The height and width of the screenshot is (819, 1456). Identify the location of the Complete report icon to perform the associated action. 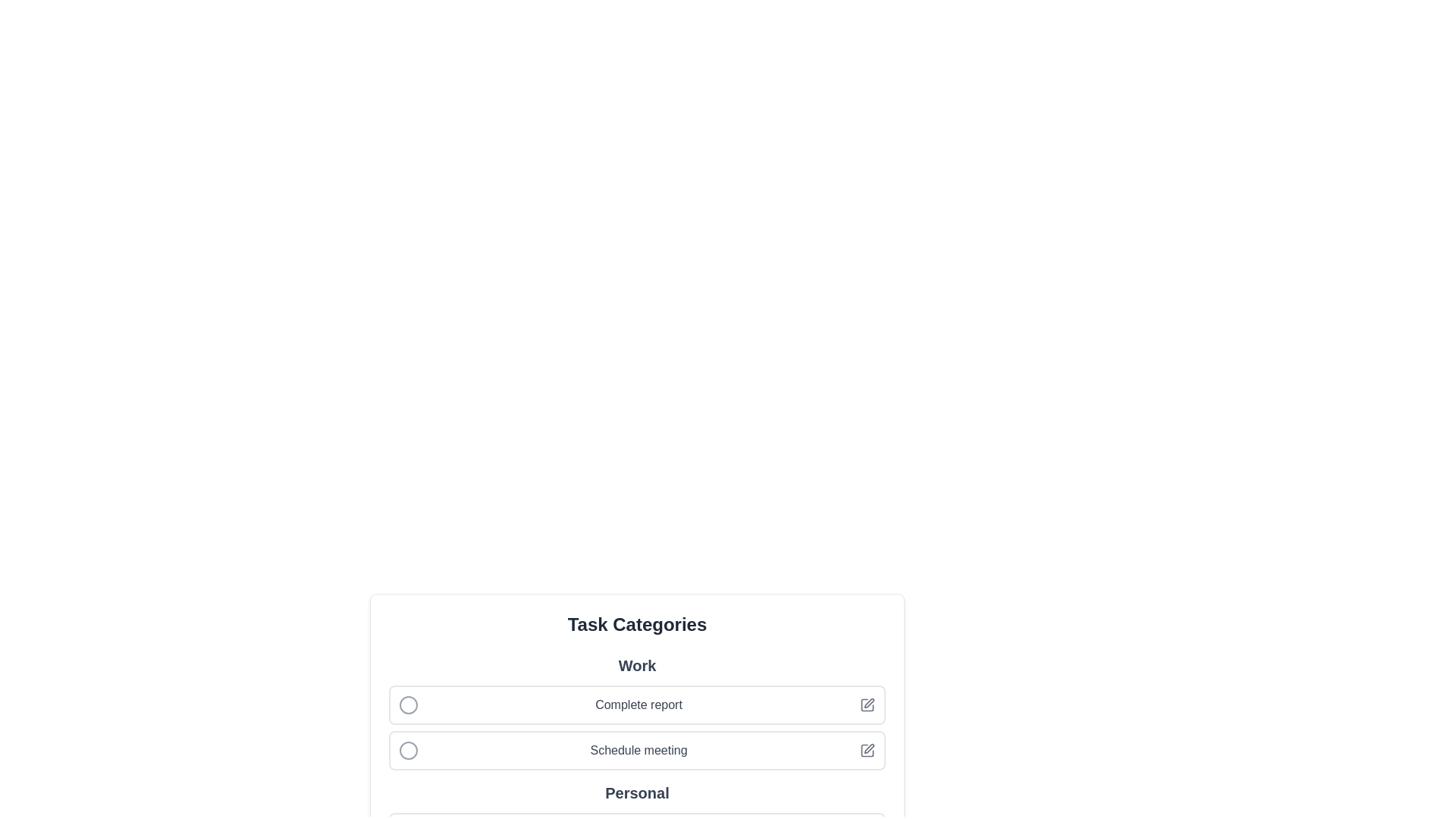
(867, 704).